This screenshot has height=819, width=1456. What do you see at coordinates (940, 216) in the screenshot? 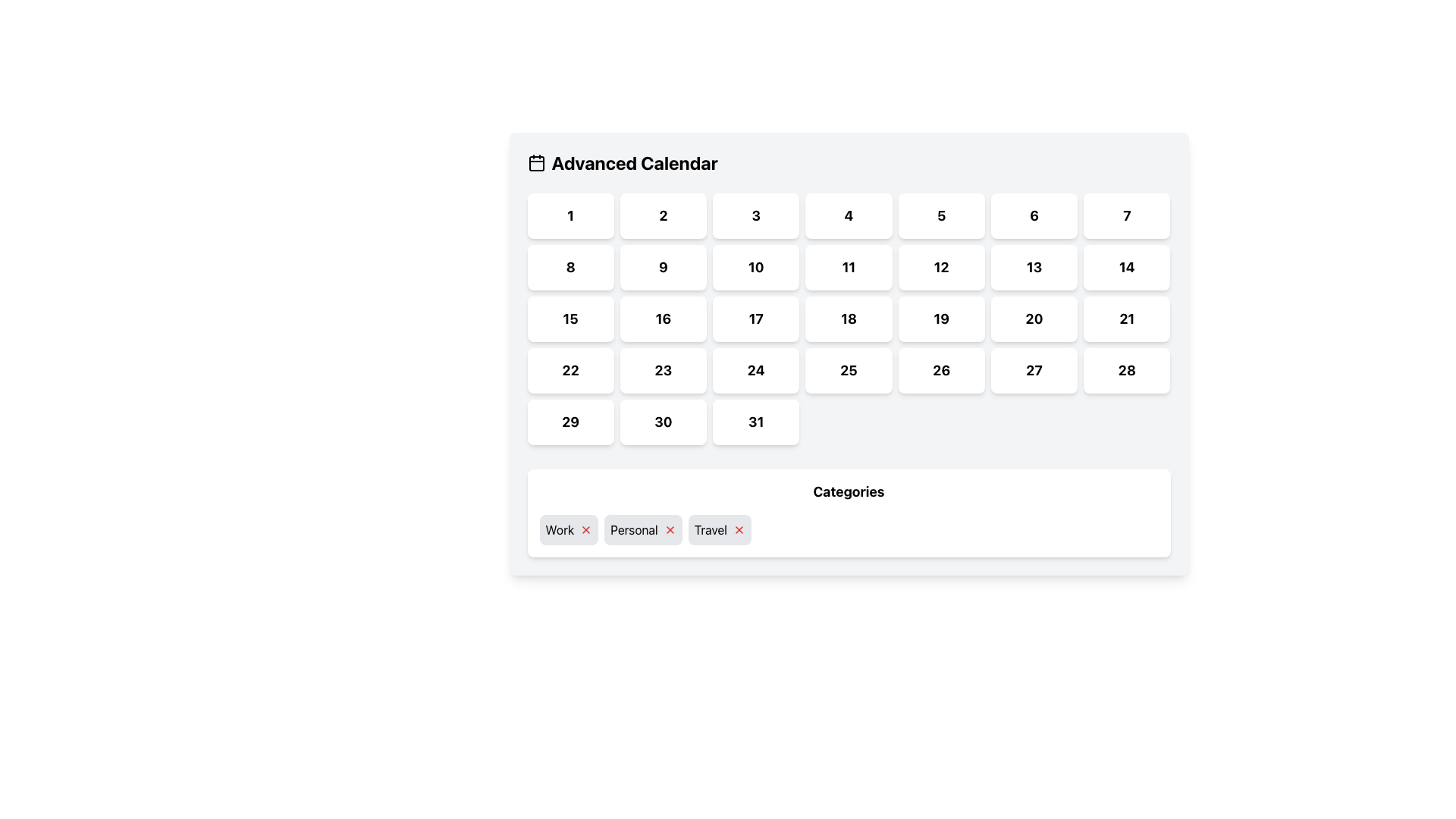
I see `the white rectangular button with a rounded border that contains the bold number '5'` at bounding box center [940, 216].